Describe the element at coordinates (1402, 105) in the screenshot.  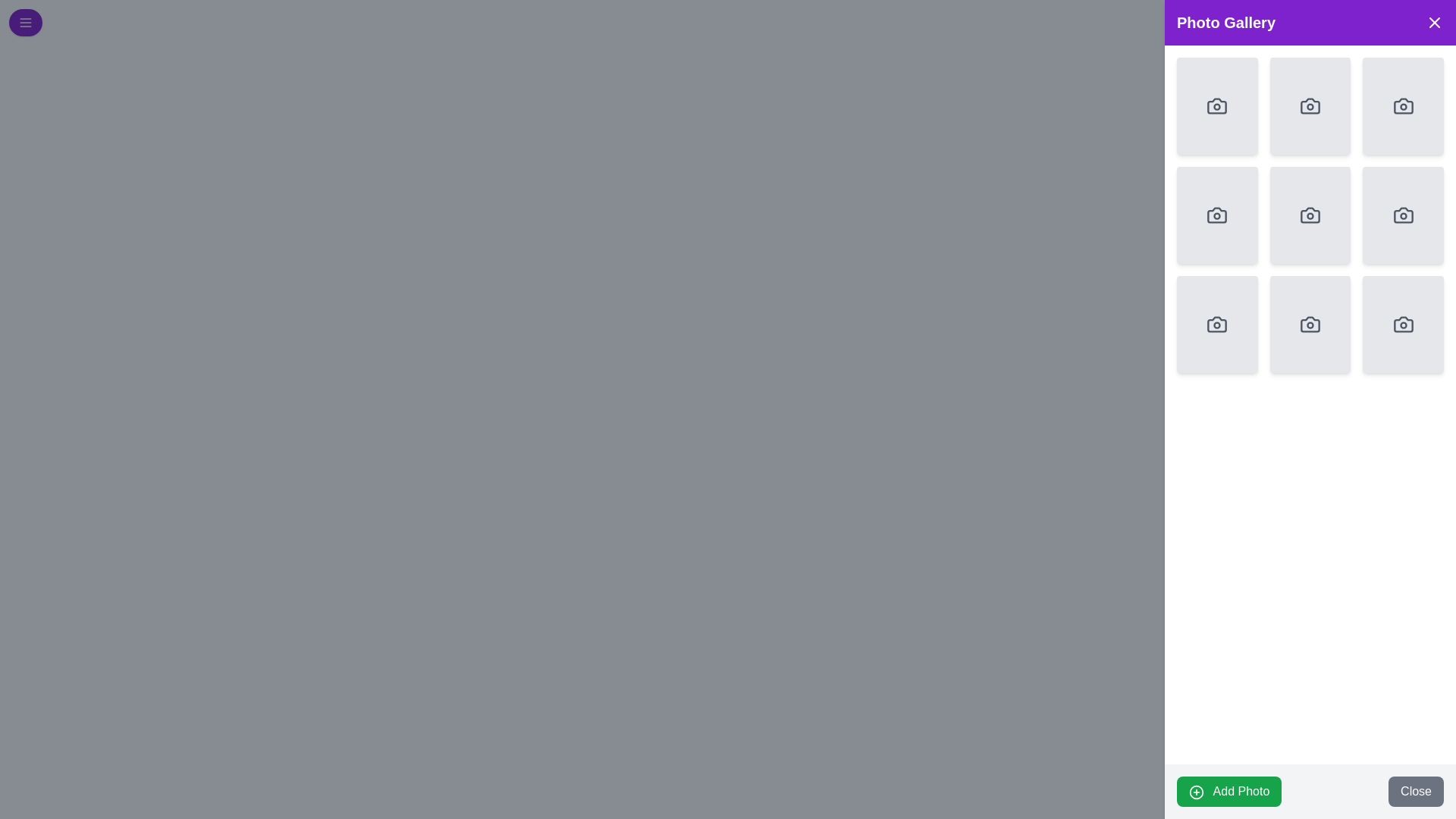
I see `the camera-shaped icon filled with a gray tone located in the top-right box of the photo gallery grid layout` at that location.